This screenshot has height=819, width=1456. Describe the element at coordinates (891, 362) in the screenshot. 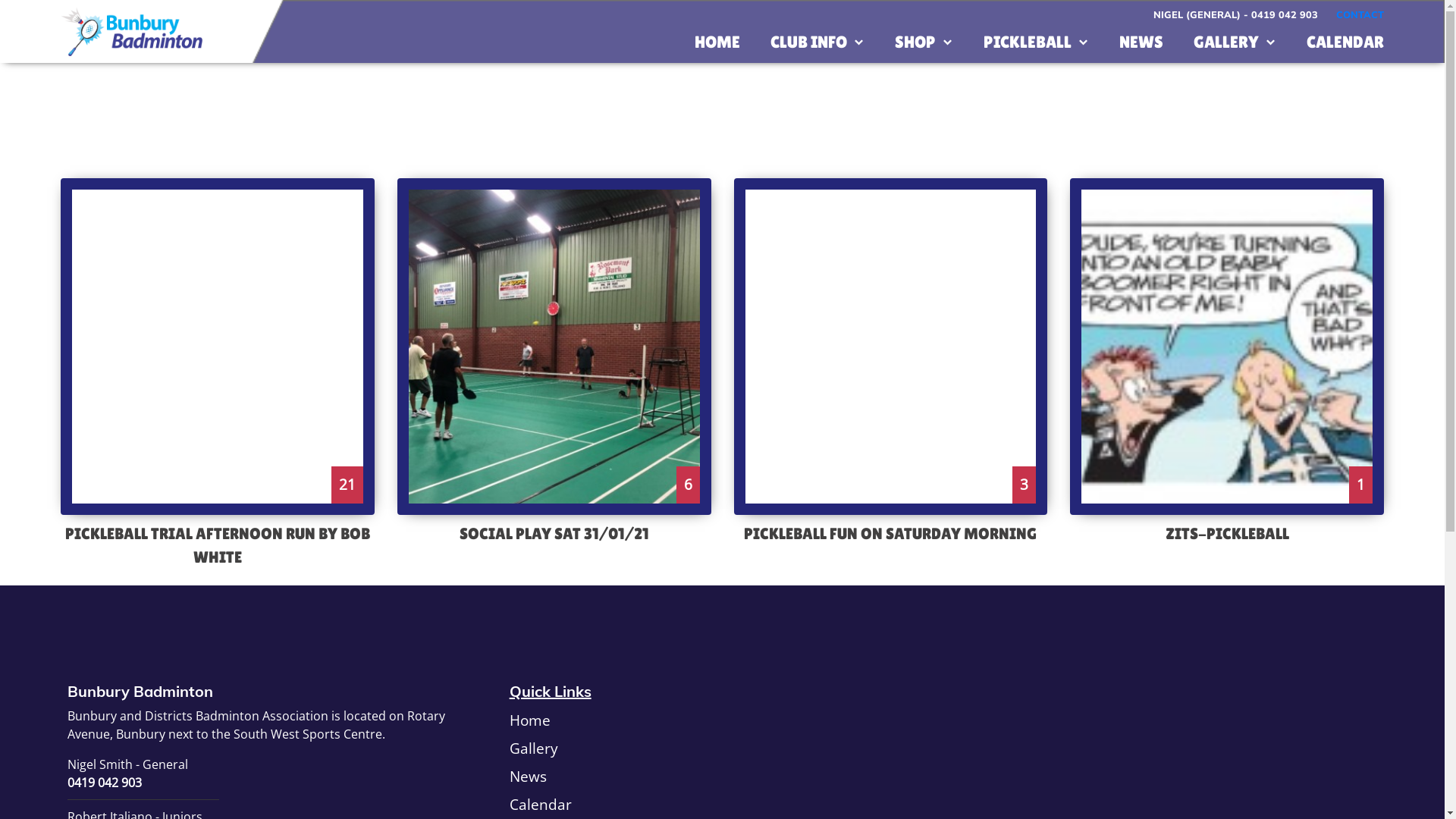

I see `'3` at that location.